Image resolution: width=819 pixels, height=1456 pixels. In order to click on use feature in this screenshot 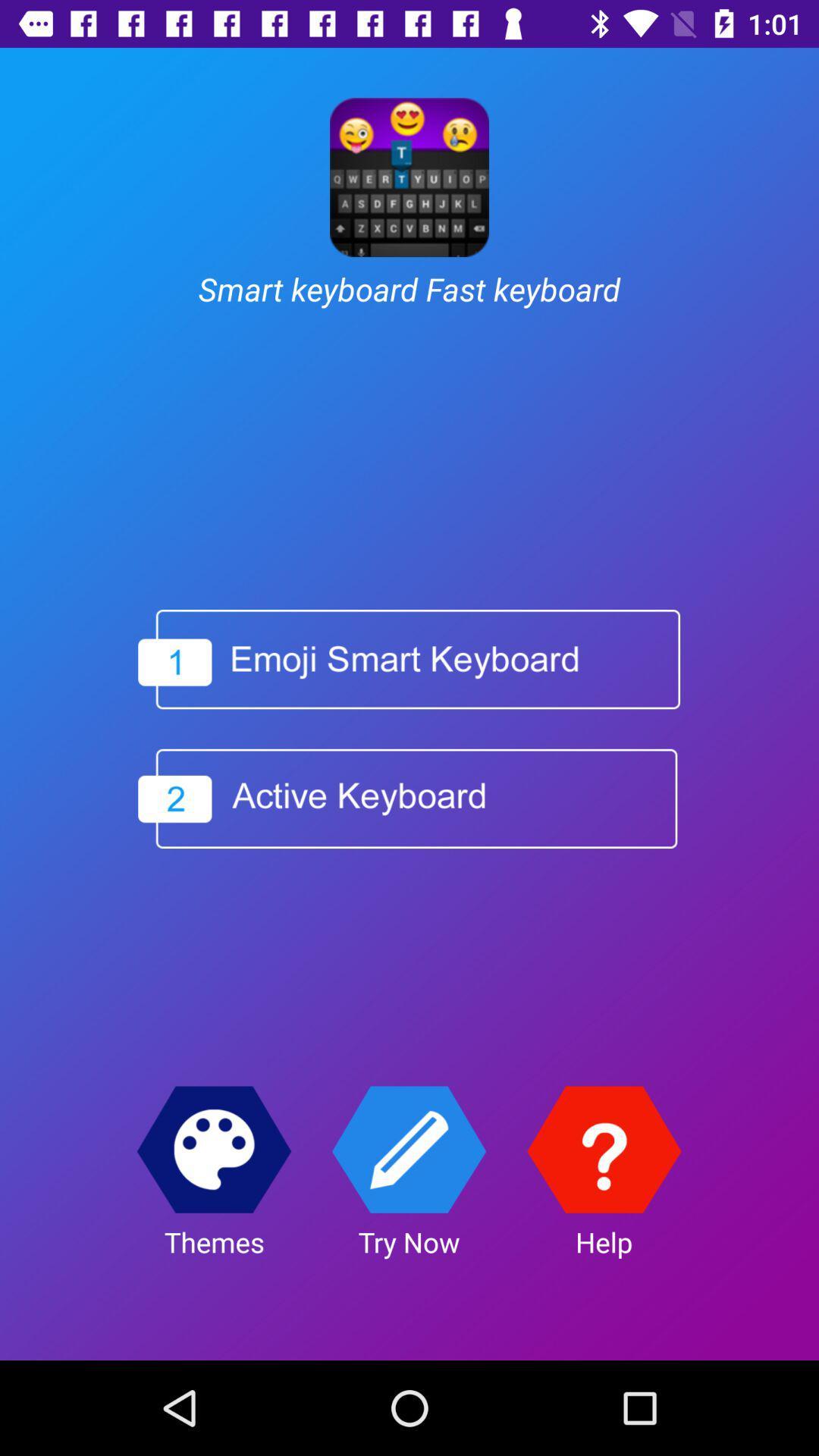, I will do `click(408, 1150)`.